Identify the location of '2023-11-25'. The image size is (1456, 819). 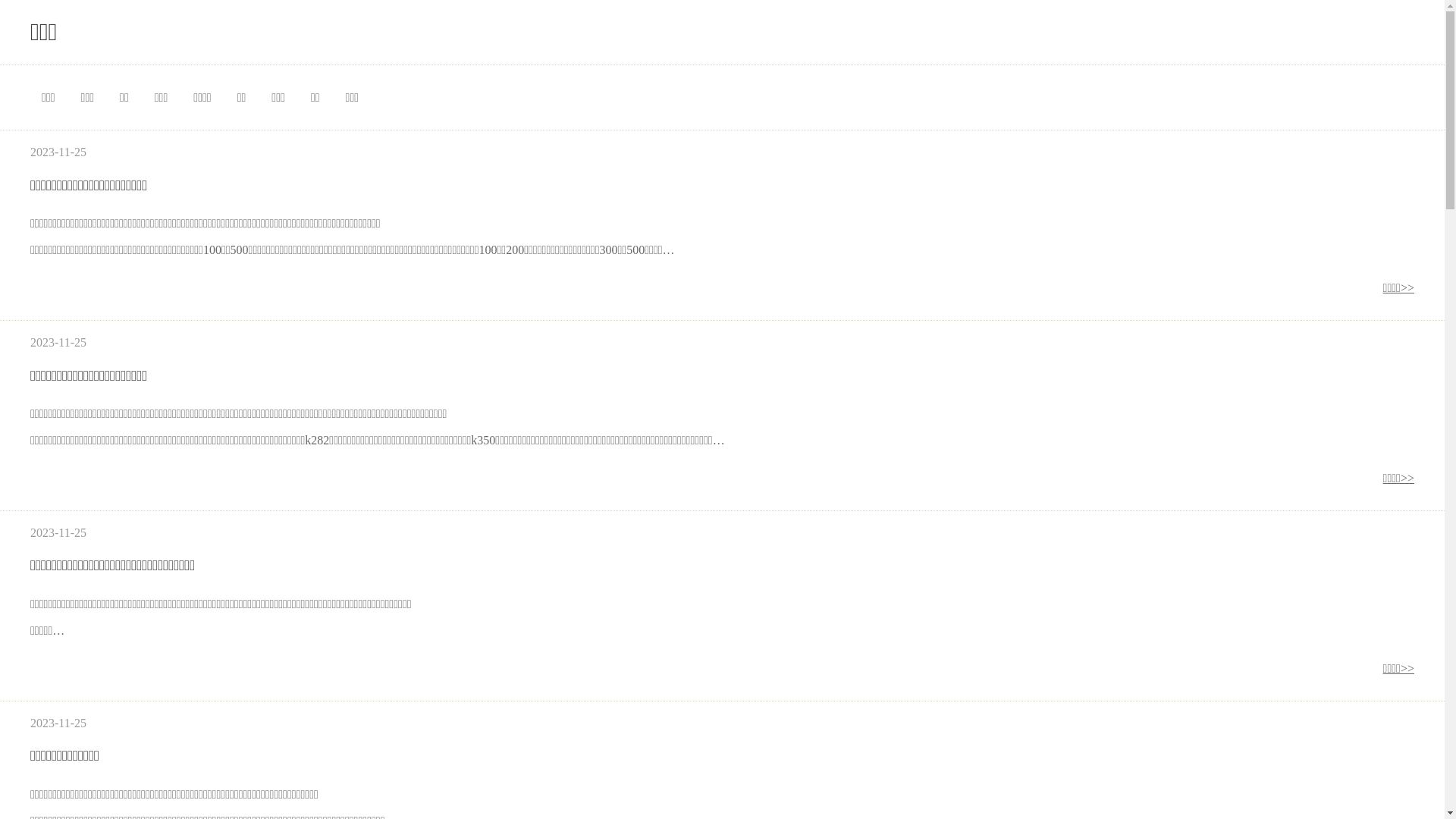
(58, 722).